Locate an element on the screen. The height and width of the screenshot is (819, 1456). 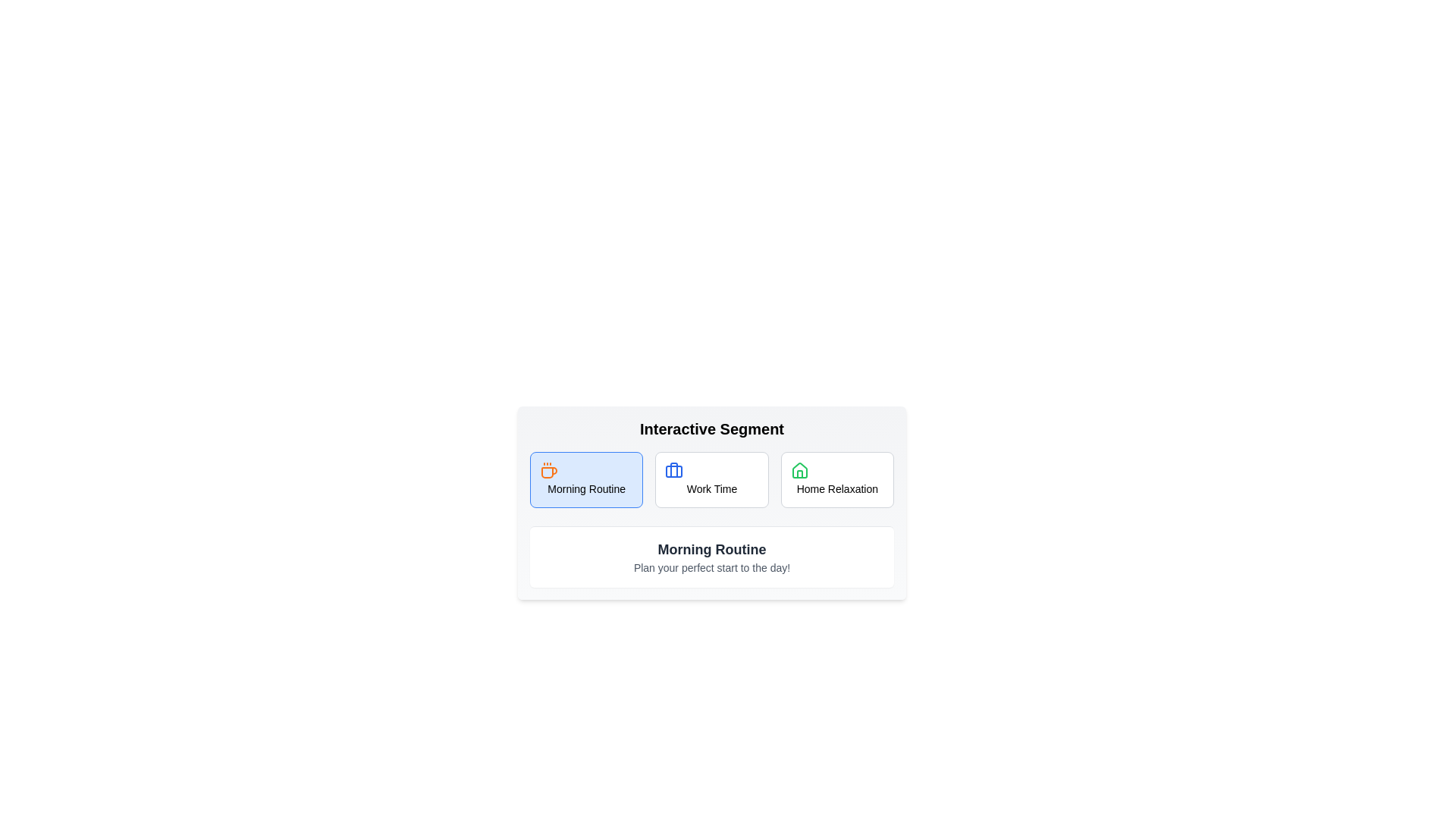
text label displaying 'Morning Routine' which is in bold and slightly larger font, located at the top of a card with a white background is located at coordinates (711, 550).